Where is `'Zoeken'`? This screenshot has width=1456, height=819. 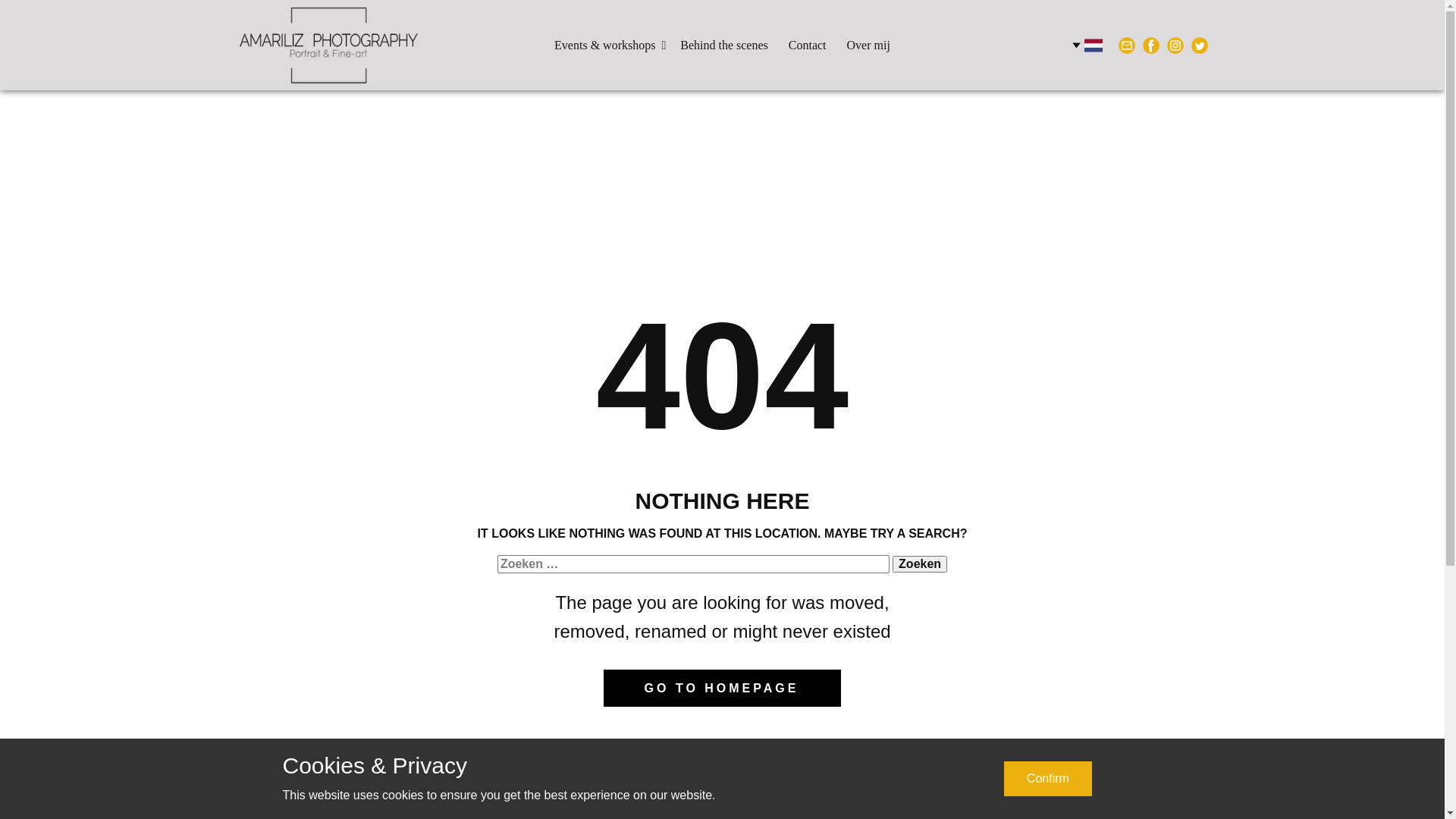 'Zoeken' is located at coordinates (919, 564).